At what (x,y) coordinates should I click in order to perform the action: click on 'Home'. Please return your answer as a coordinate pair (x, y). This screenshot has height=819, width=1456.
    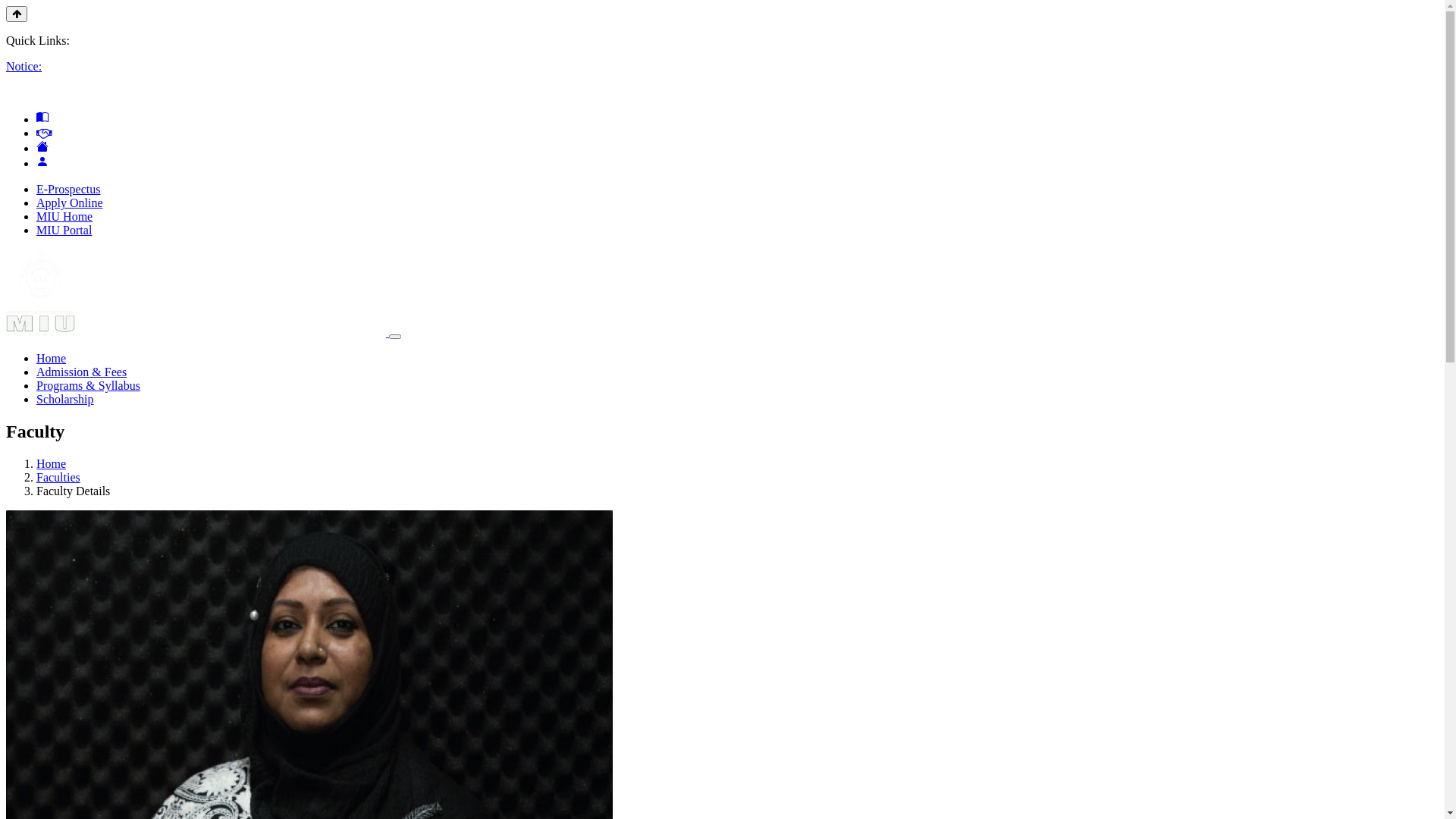
    Looking at the image, I should click on (51, 463).